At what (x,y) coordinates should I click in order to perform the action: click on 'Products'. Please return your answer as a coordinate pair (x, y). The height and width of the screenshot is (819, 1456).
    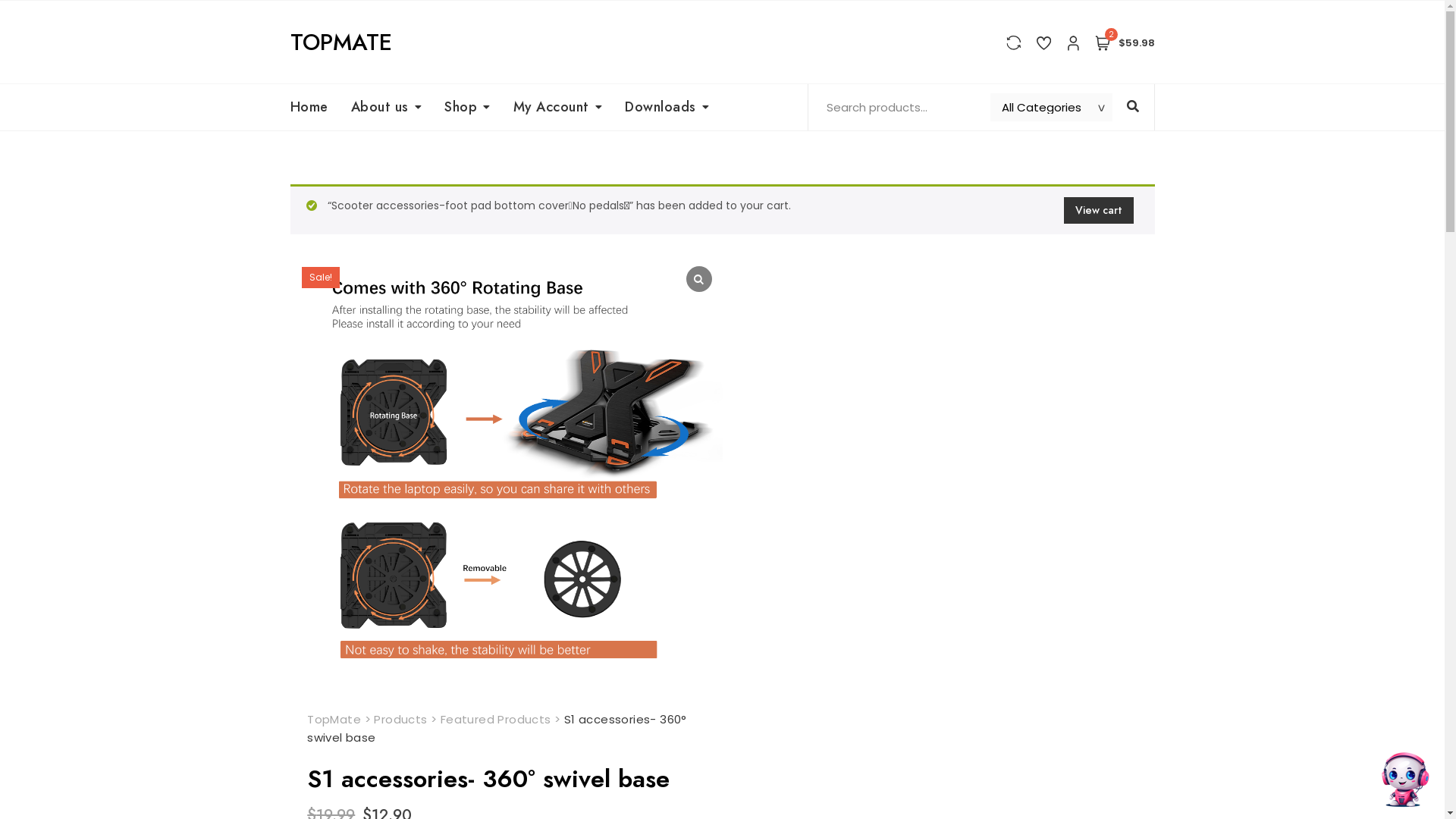
    Looking at the image, I should click on (400, 718).